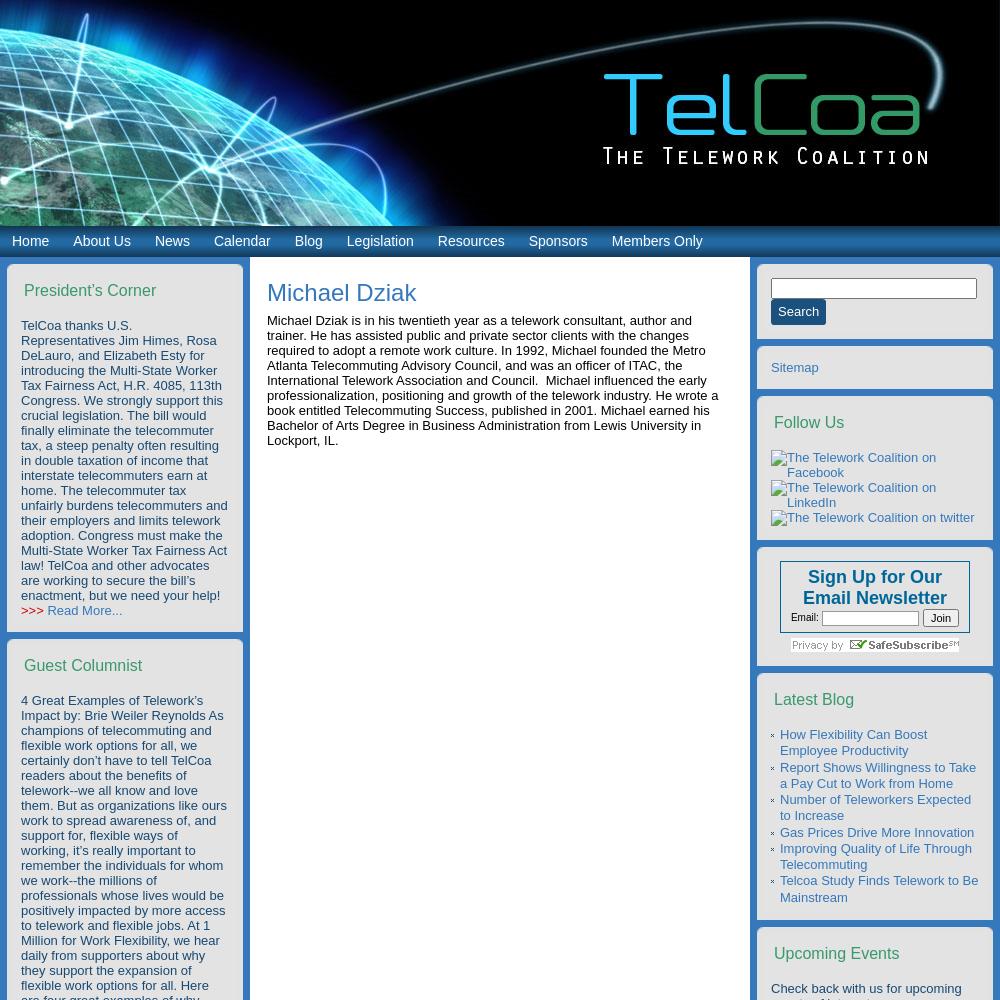  Describe the element at coordinates (509, 290) in the screenshot. I see `'Pandemics/Public Health'` at that location.